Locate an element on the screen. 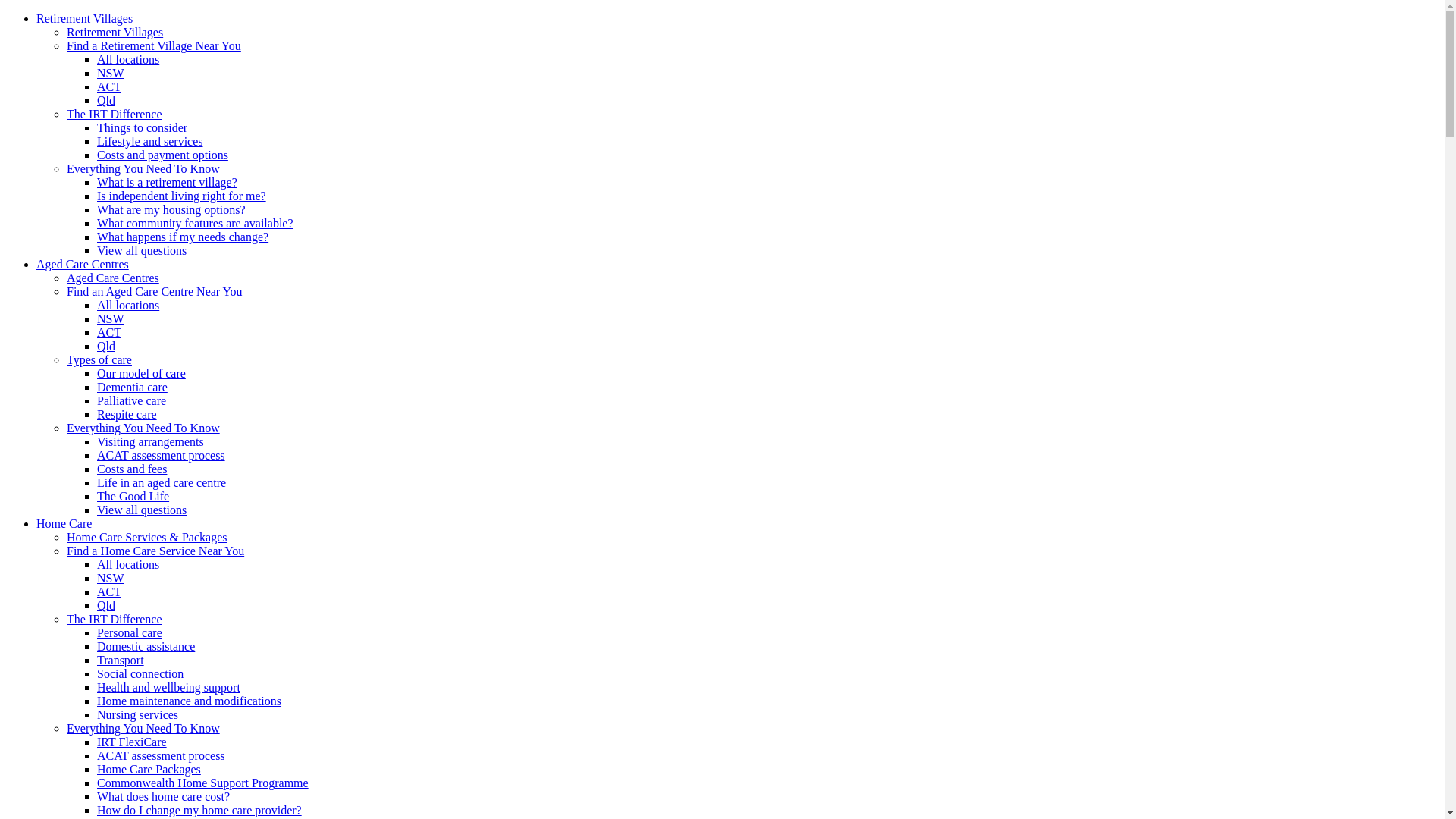 The height and width of the screenshot is (819, 1456). 'What community features are available?' is located at coordinates (96, 223).